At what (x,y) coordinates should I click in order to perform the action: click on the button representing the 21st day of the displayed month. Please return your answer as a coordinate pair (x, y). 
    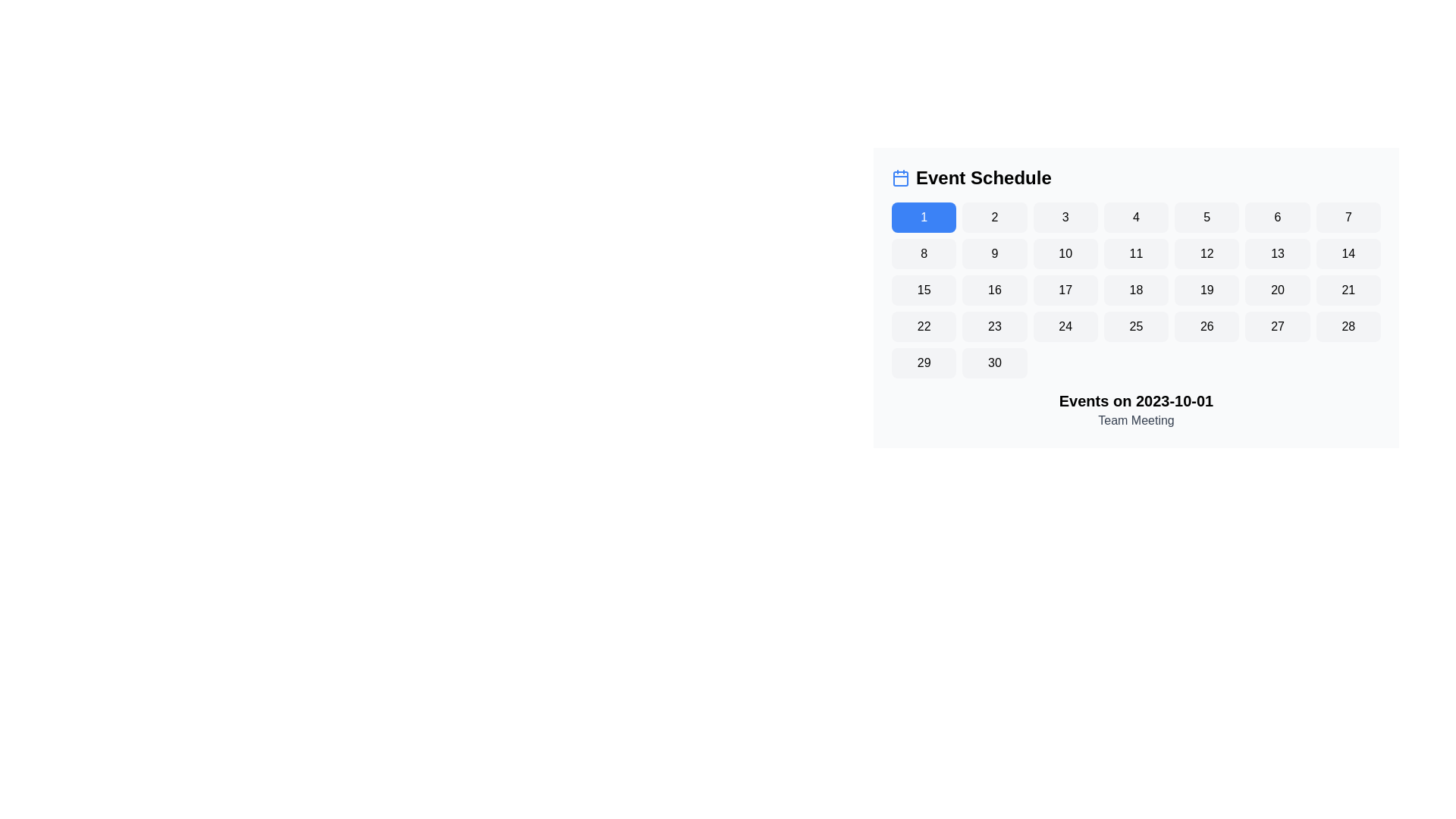
    Looking at the image, I should click on (1348, 290).